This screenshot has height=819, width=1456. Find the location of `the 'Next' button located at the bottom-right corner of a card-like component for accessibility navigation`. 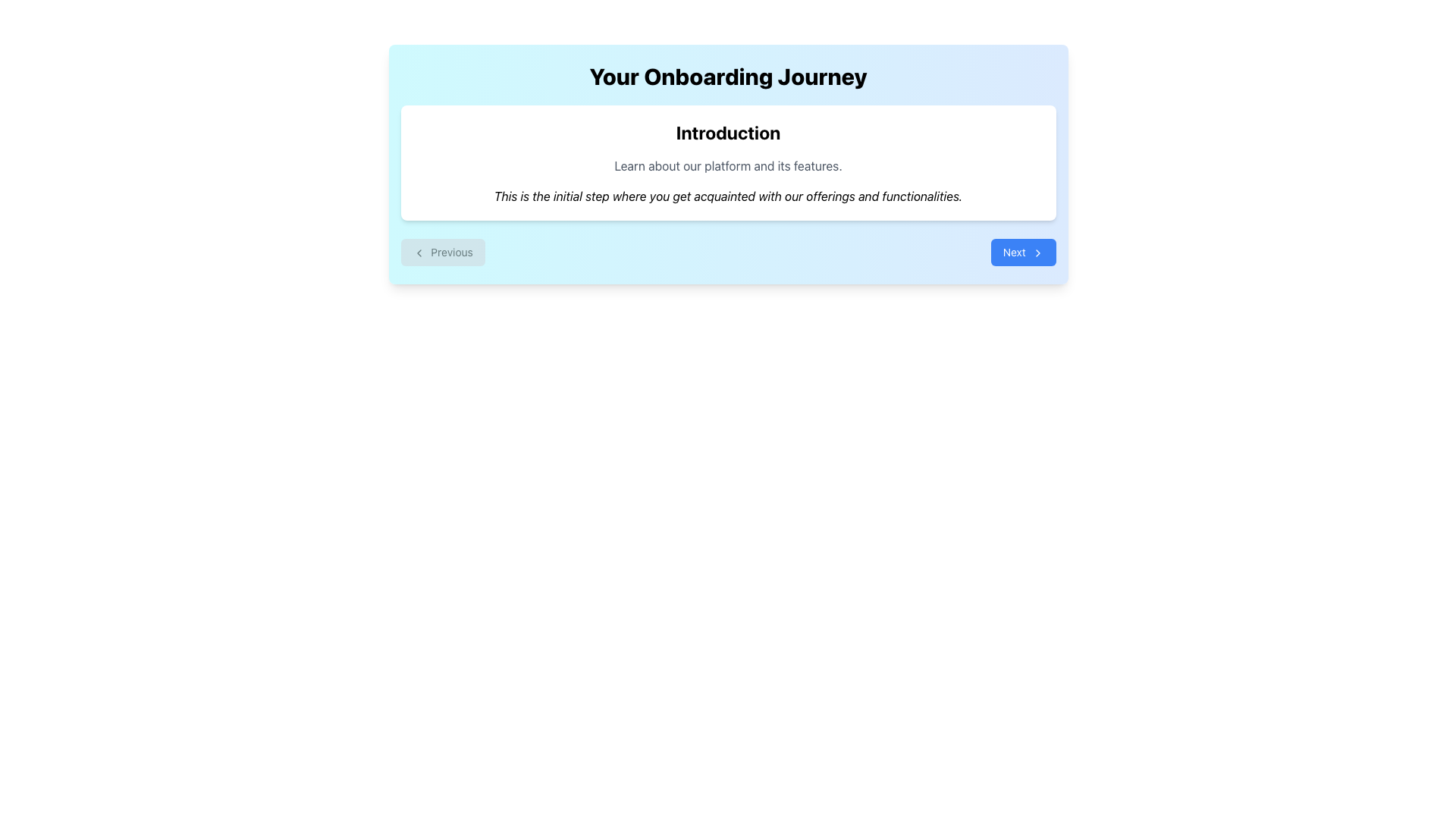

the 'Next' button located at the bottom-right corner of a card-like component for accessibility navigation is located at coordinates (1023, 251).